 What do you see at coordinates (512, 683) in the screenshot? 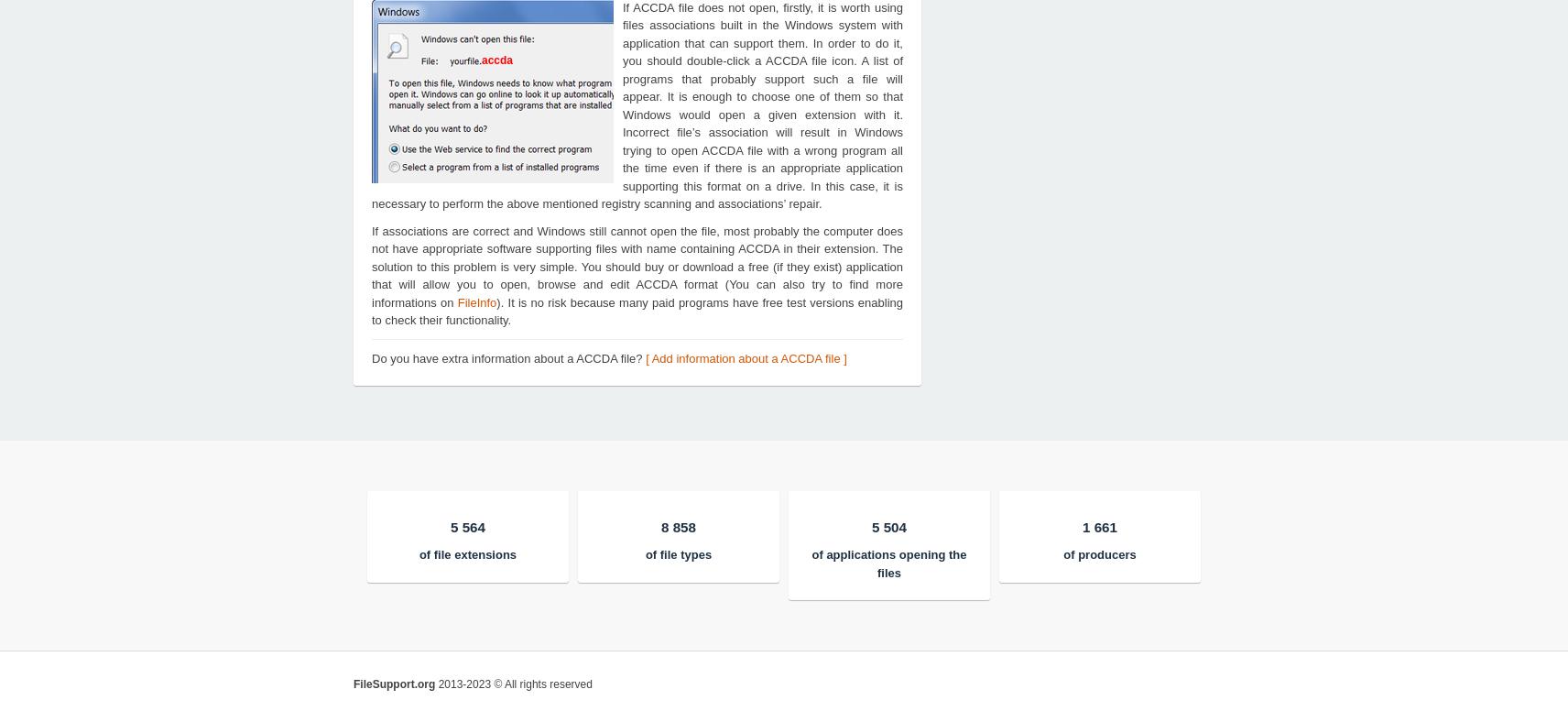
I see `'2013-2023 © All rights reserved'` at bounding box center [512, 683].